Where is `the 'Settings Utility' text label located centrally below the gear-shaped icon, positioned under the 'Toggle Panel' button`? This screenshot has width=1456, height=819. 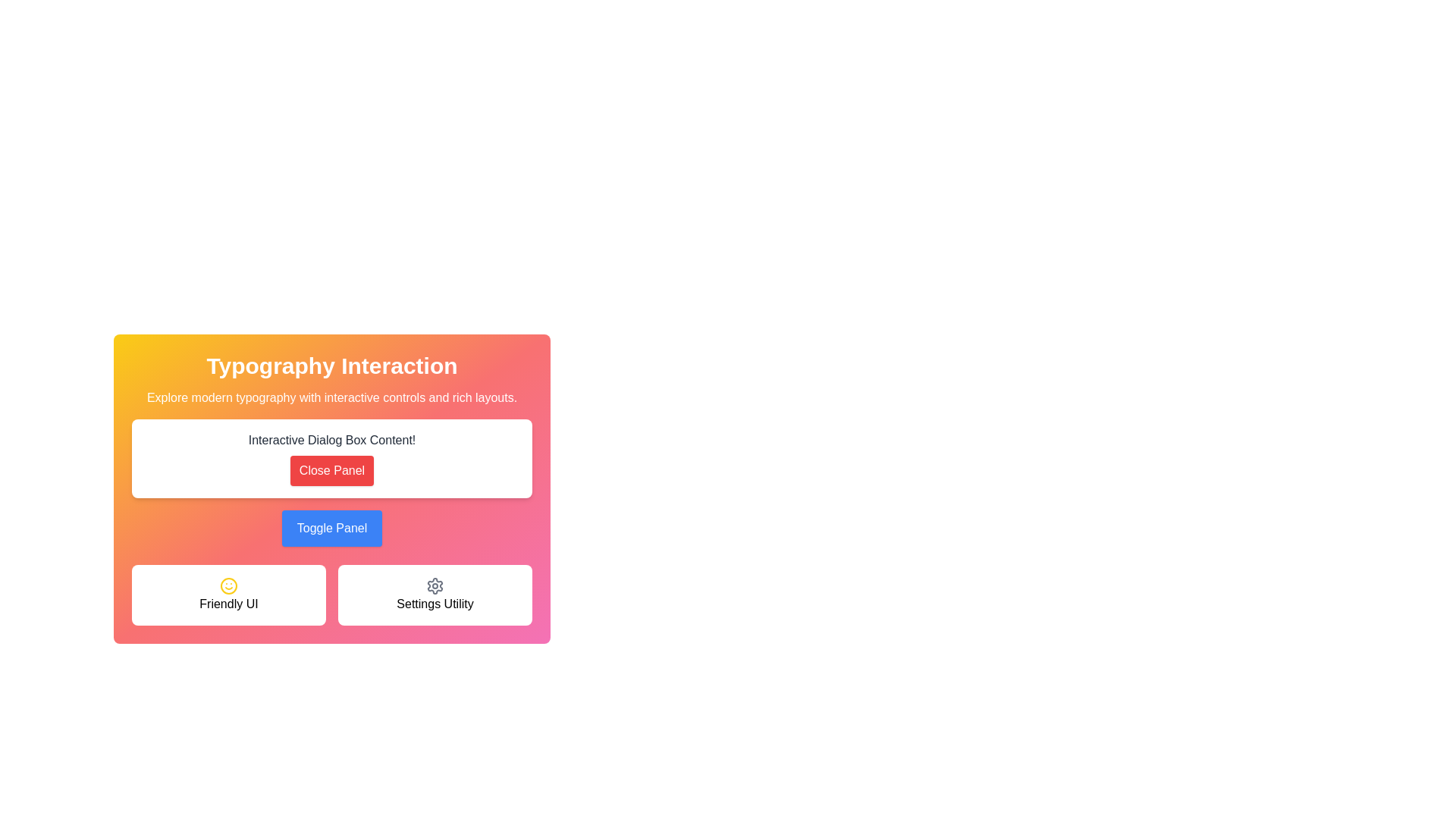
the 'Settings Utility' text label located centrally below the gear-shaped icon, positioned under the 'Toggle Panel' button is located at coordinates (435, 604).